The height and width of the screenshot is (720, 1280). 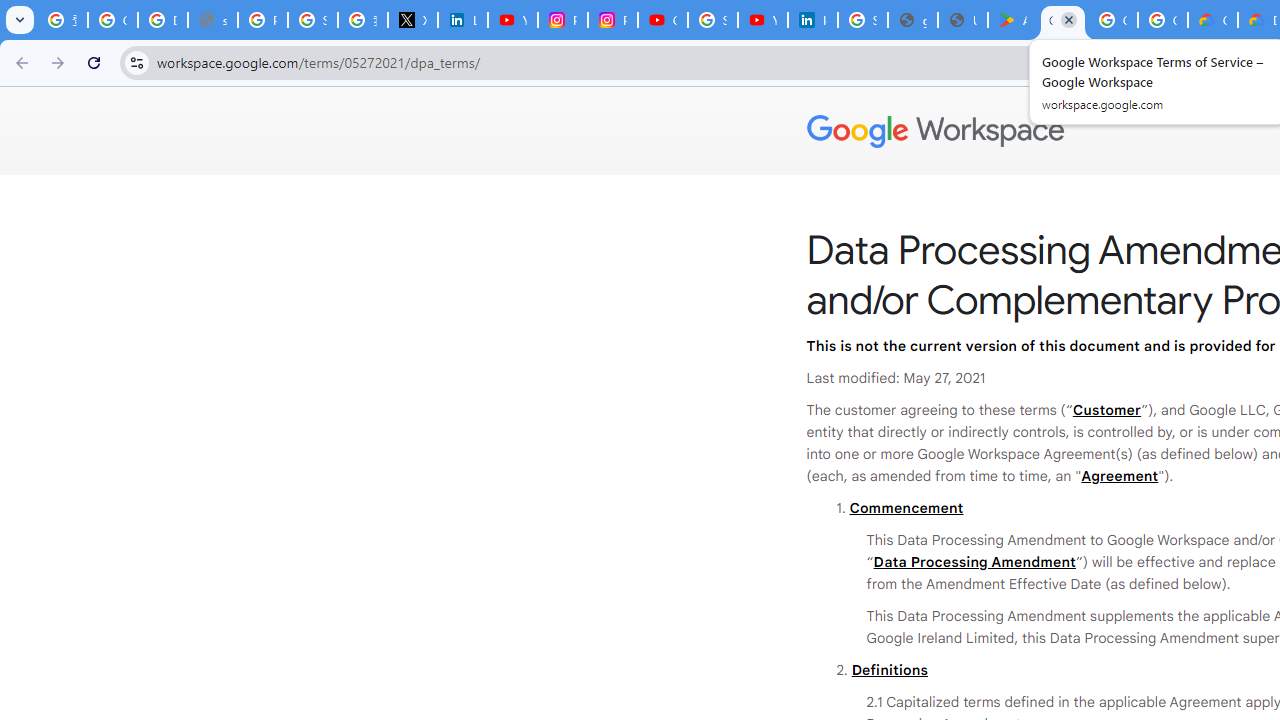 I want to click on 'LinkedIn Privacy Policy', so click(x=461, y=20).